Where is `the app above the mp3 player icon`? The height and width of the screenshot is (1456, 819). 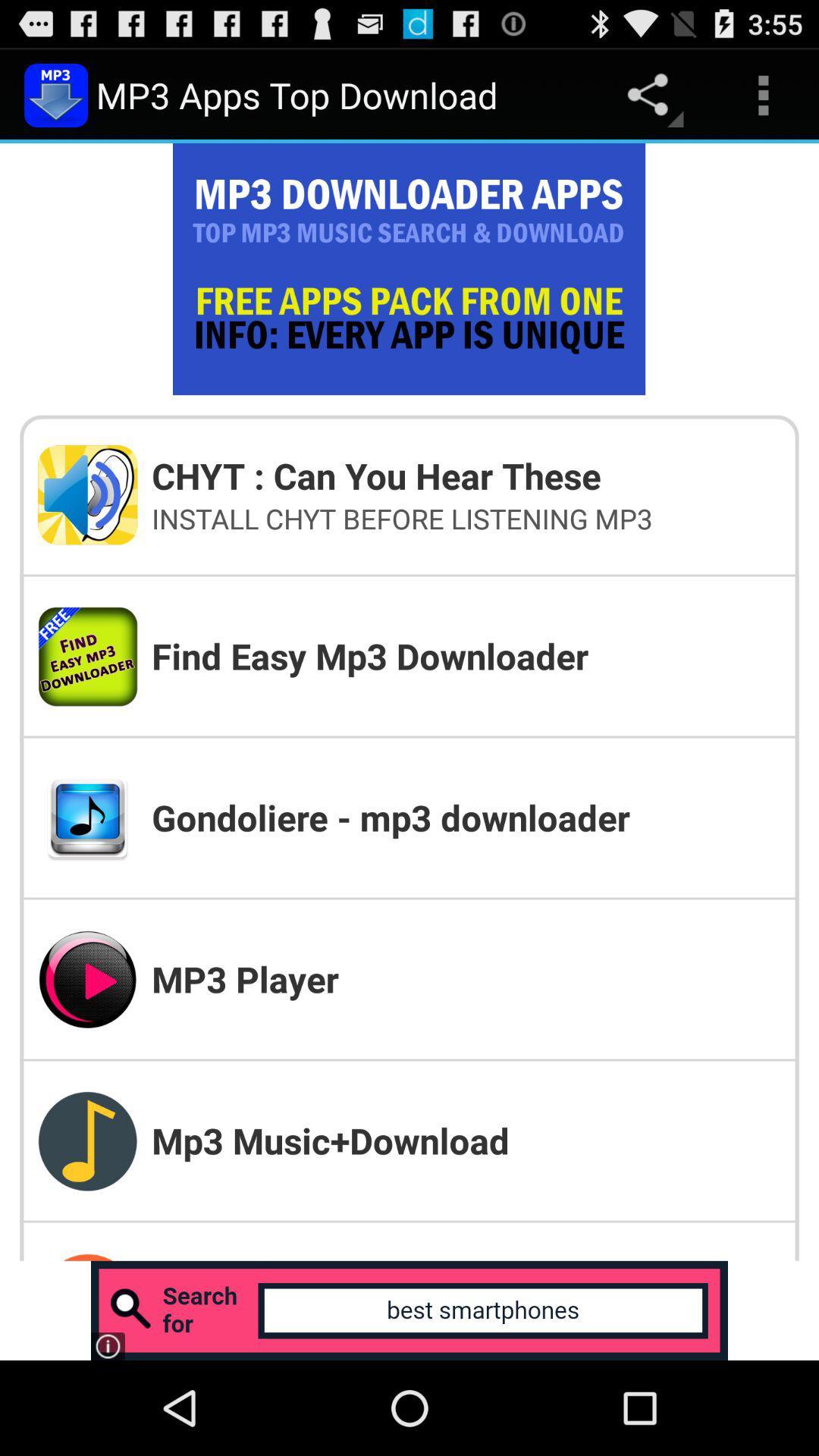 the app above the mp3 player icon is located at coordinates (465, 817).